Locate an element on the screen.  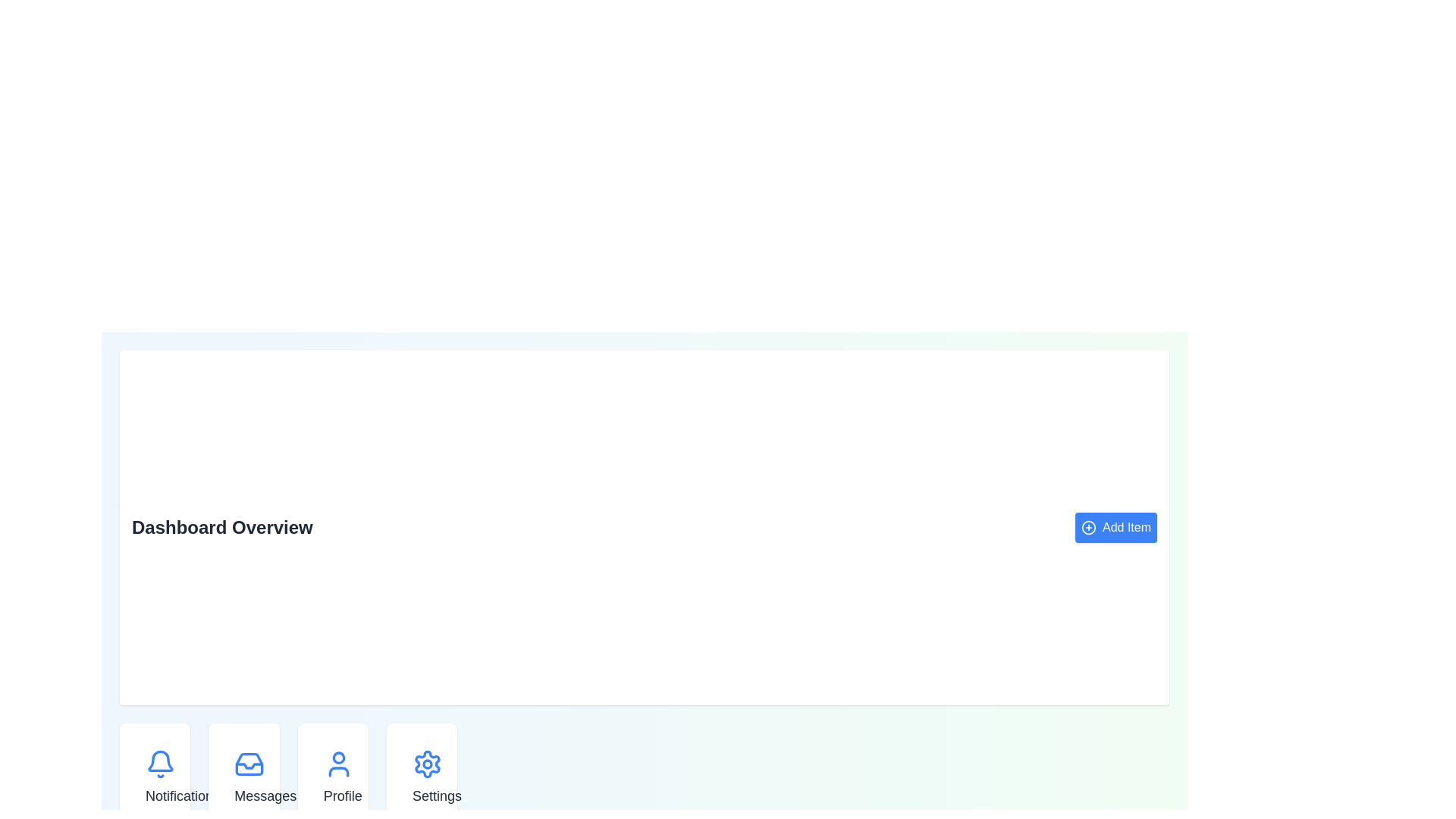
the 'Messages' icon located in the bottom navigation bar, which is the second icon from the left is located at coordinates (249, 764).